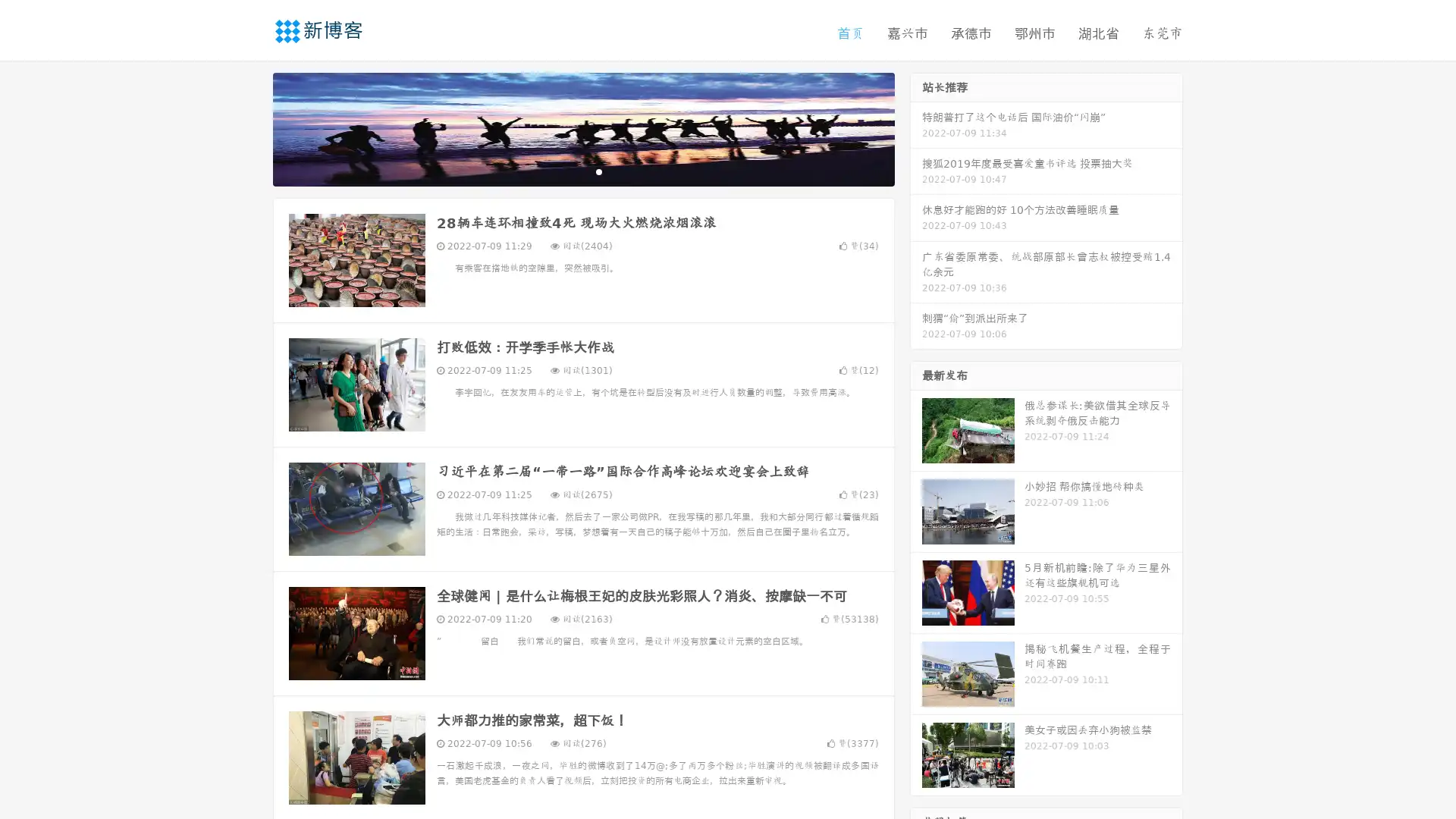 Image resolution: width=1456 pixels, height=819 pixels. What do you see at coordinates (582, 171) in the screenshot?
I see `Go to slide 2` at bounding box center [582, 171].